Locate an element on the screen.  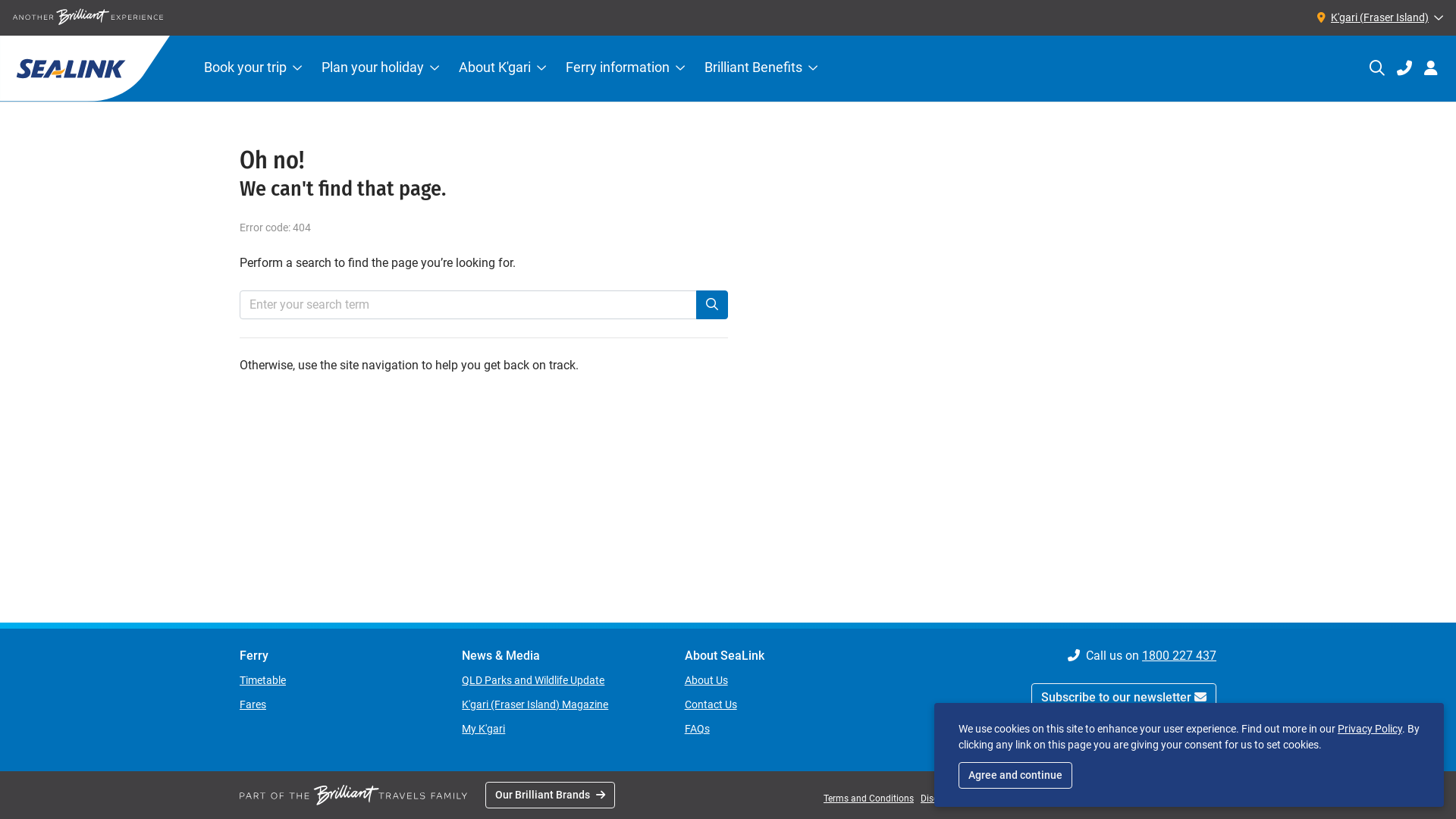
'SeaLink' is located at coordinates (83, 68).